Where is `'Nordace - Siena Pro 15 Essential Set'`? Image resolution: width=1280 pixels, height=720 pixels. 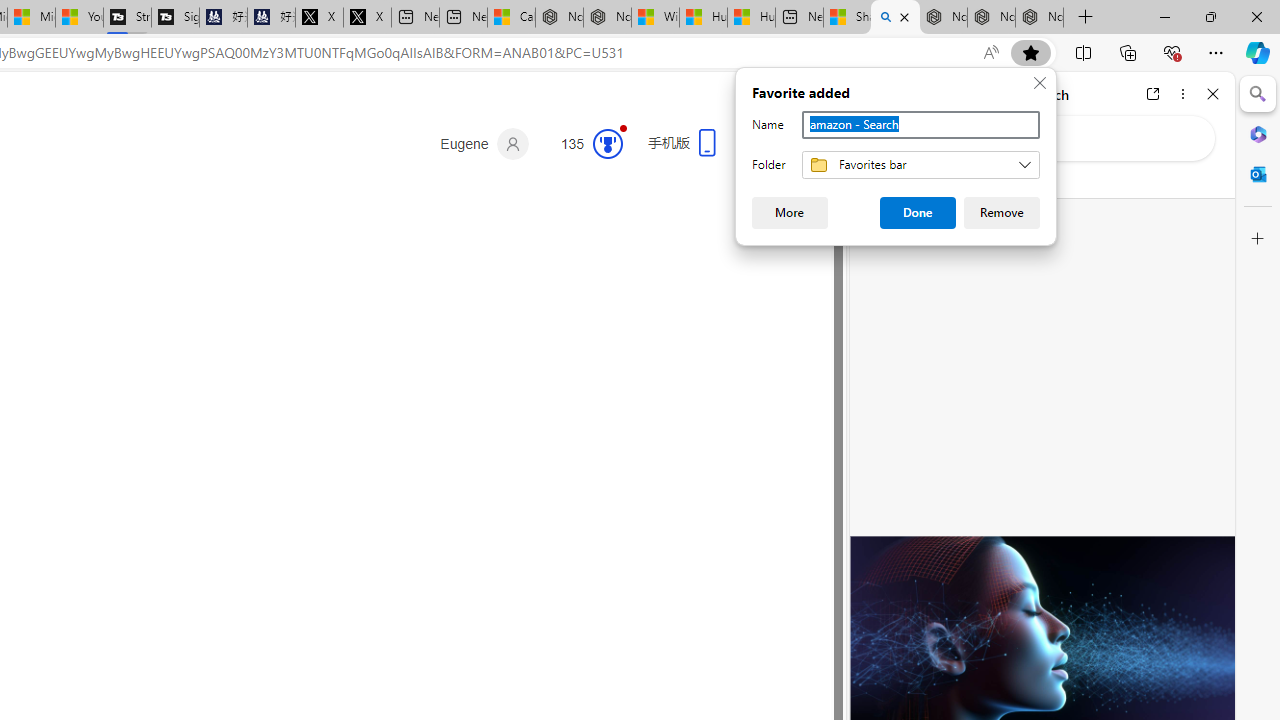 'Nordace - Siena Pro 15 Essential Set' is located at coordinates (1040, 17).